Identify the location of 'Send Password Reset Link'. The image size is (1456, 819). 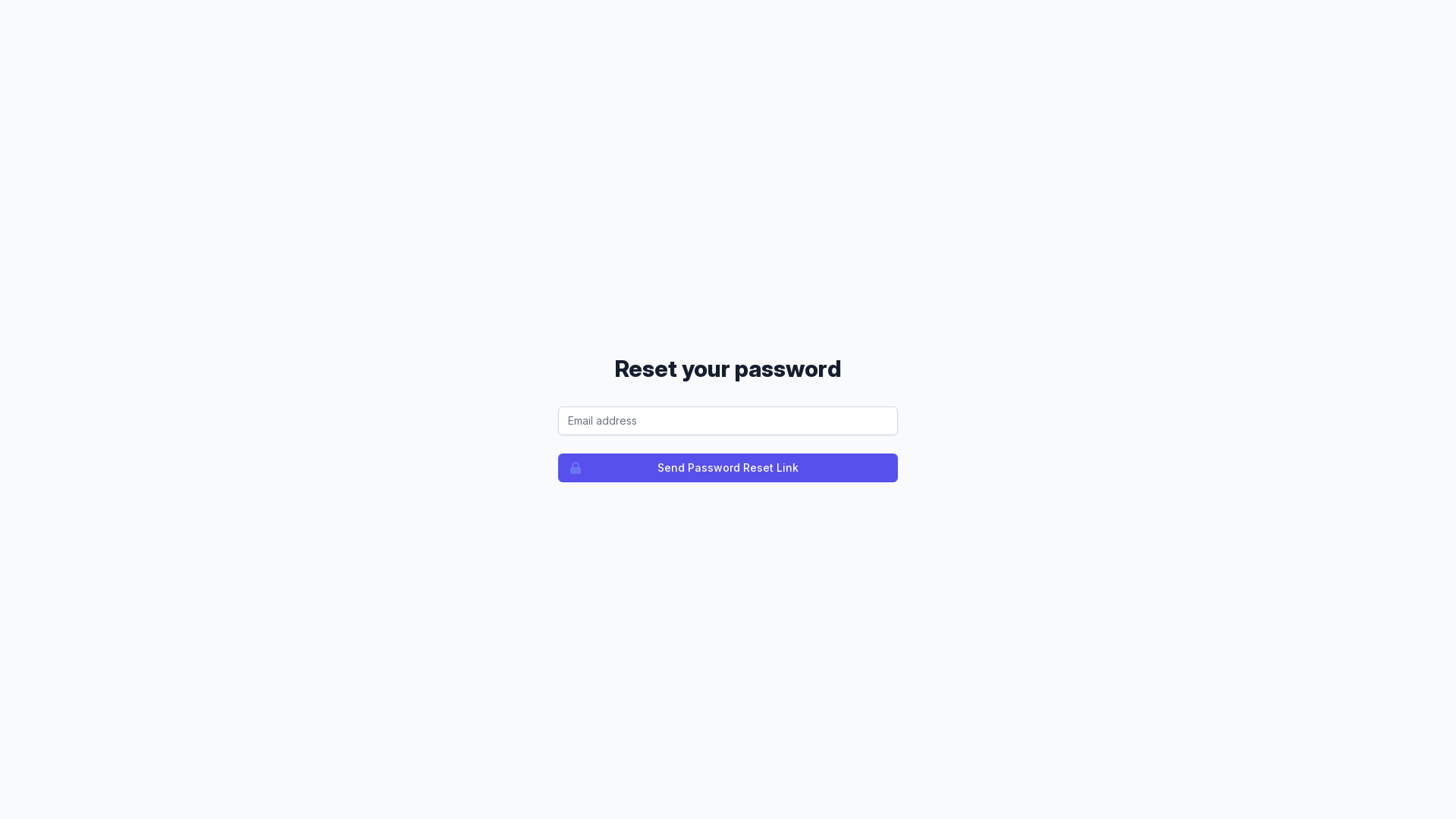
(728, 467).